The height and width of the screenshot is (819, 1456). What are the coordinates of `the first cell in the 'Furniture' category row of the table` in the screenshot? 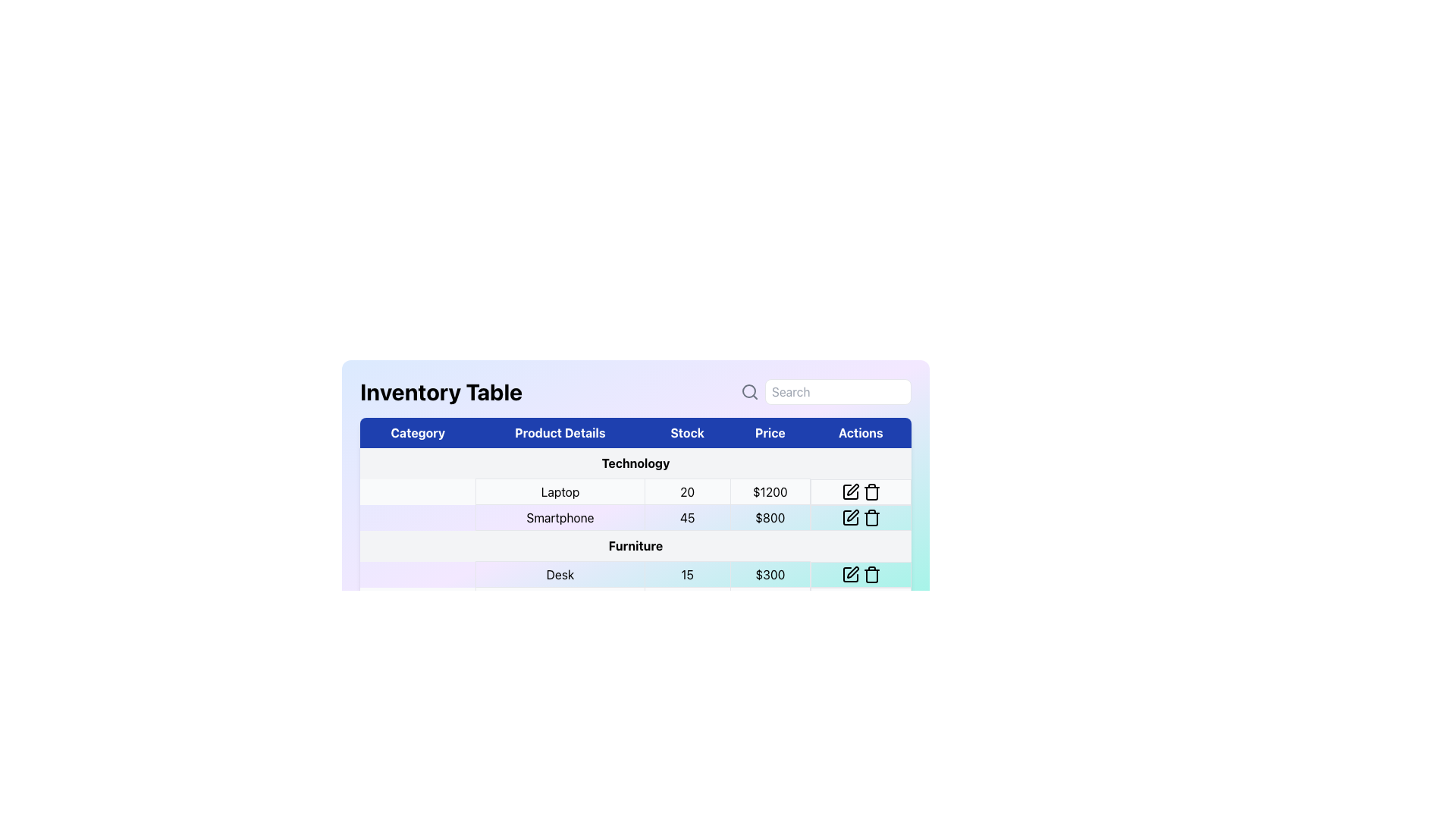 It's located at (418, 574).